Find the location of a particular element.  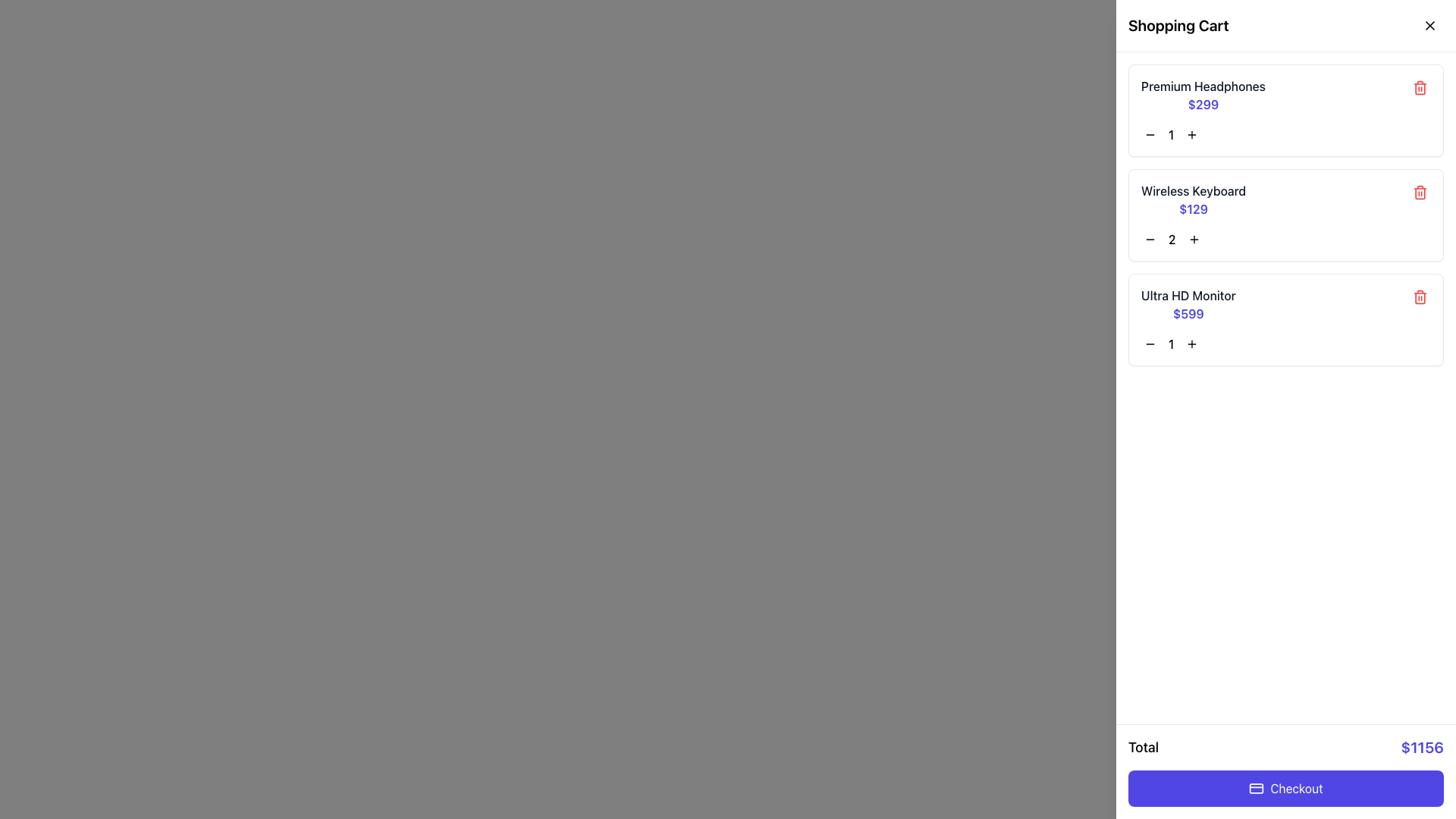

the small circular close button with a cross symbol, located at the top right corner of the shopping cart panel is located at coordinates (1429, 26).